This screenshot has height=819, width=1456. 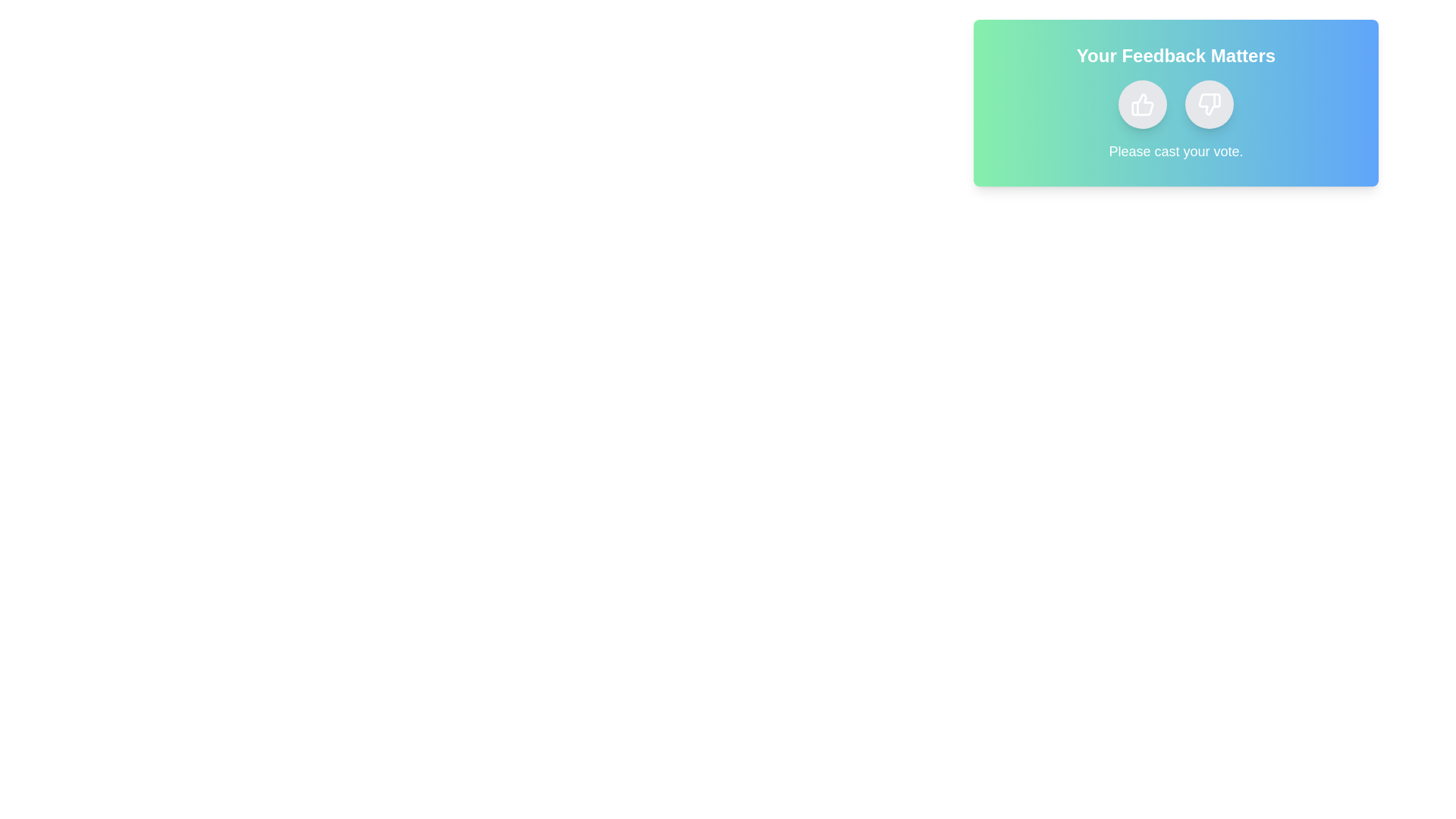 What do you see at coordinates (1208, 104) in the screenshot?
I see `thumbs-down button to give a negative vote` at bounding box center [1208, 104].